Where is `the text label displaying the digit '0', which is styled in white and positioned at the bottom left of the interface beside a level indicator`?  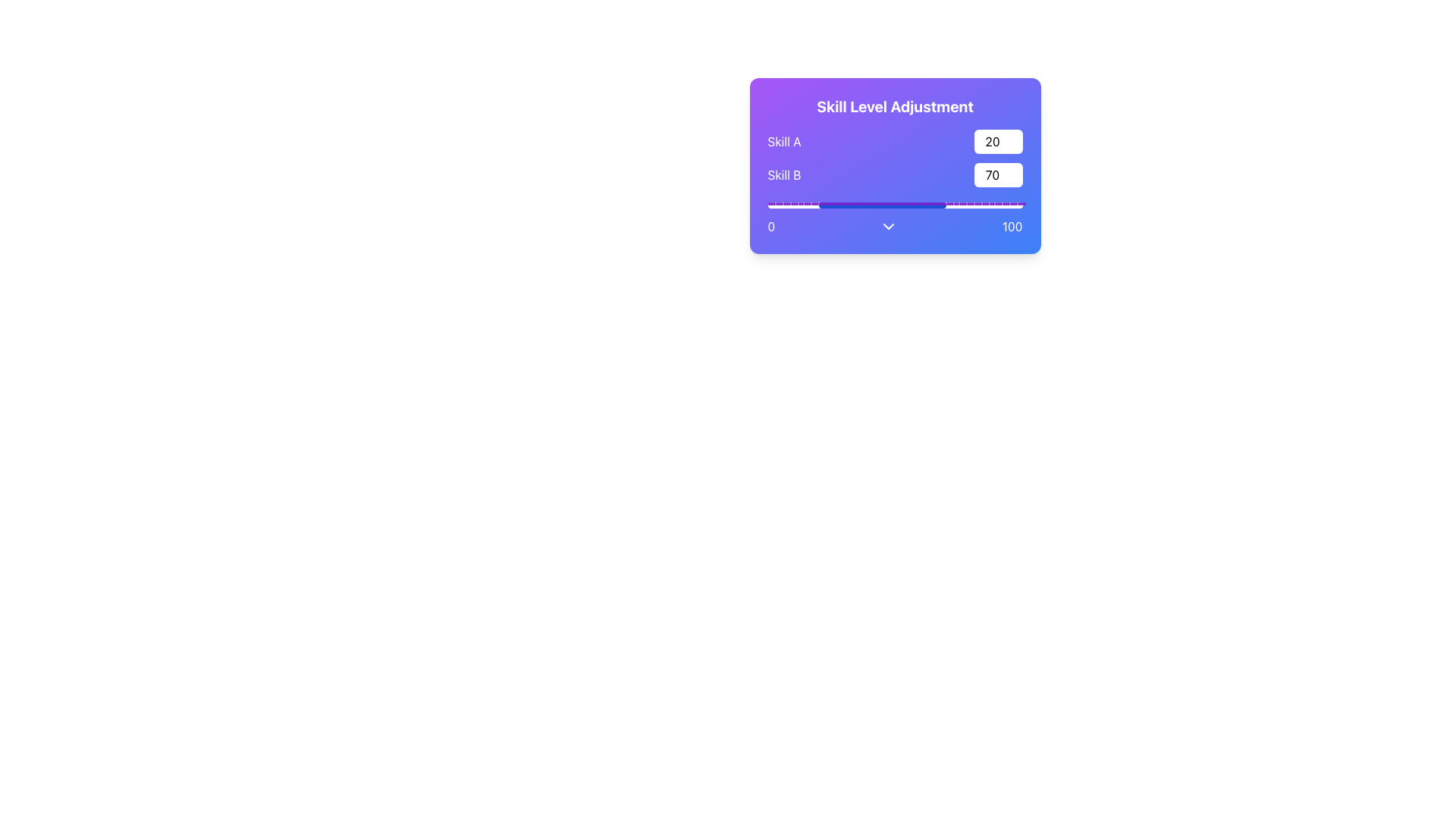 the text label displaying the digit '0', which is styled in white and positioned at the bottom left of the interface beside a level indicator is located at coordinates (771, 227).